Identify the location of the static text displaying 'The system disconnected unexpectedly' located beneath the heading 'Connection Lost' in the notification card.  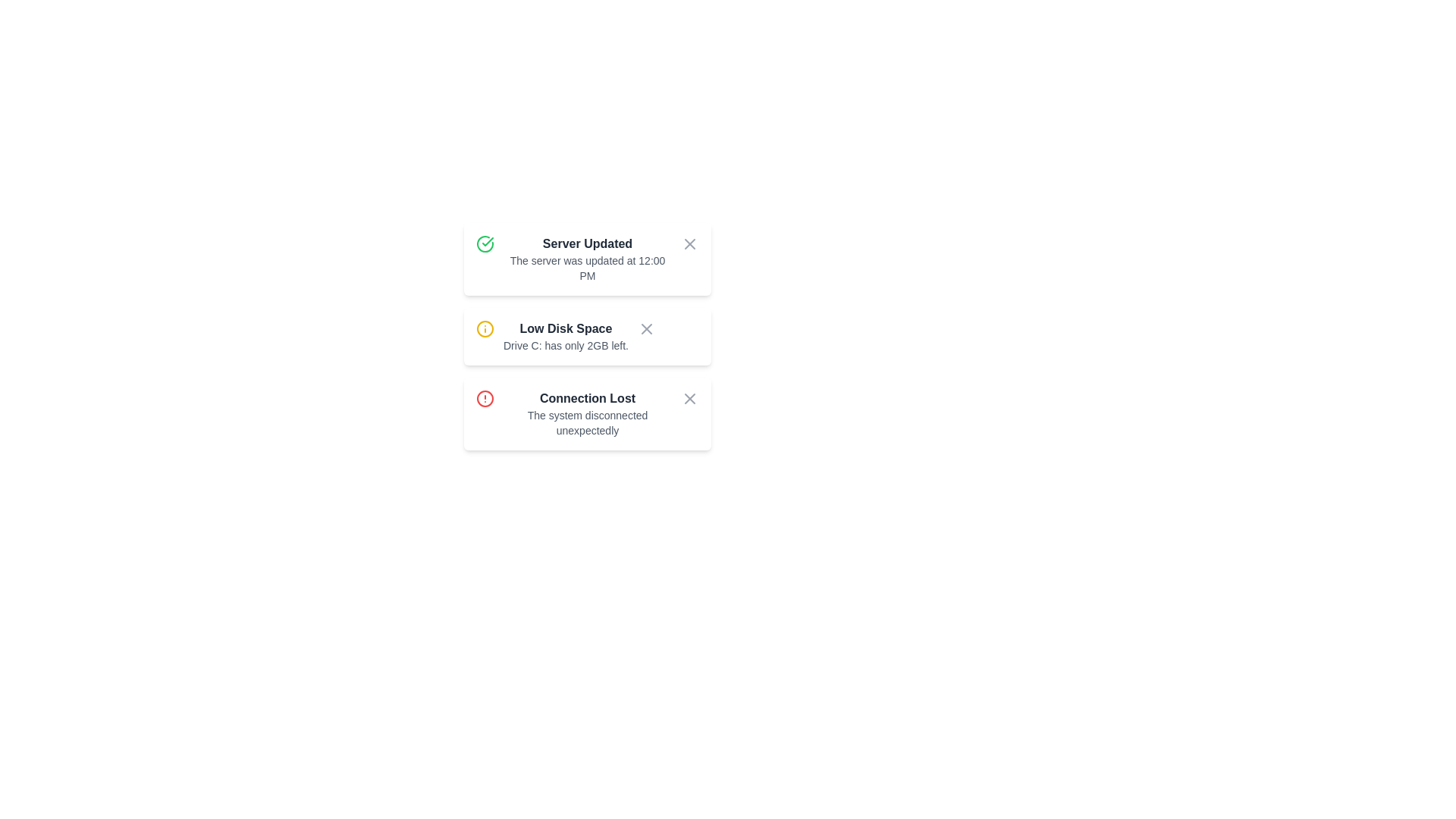
(586, 423).